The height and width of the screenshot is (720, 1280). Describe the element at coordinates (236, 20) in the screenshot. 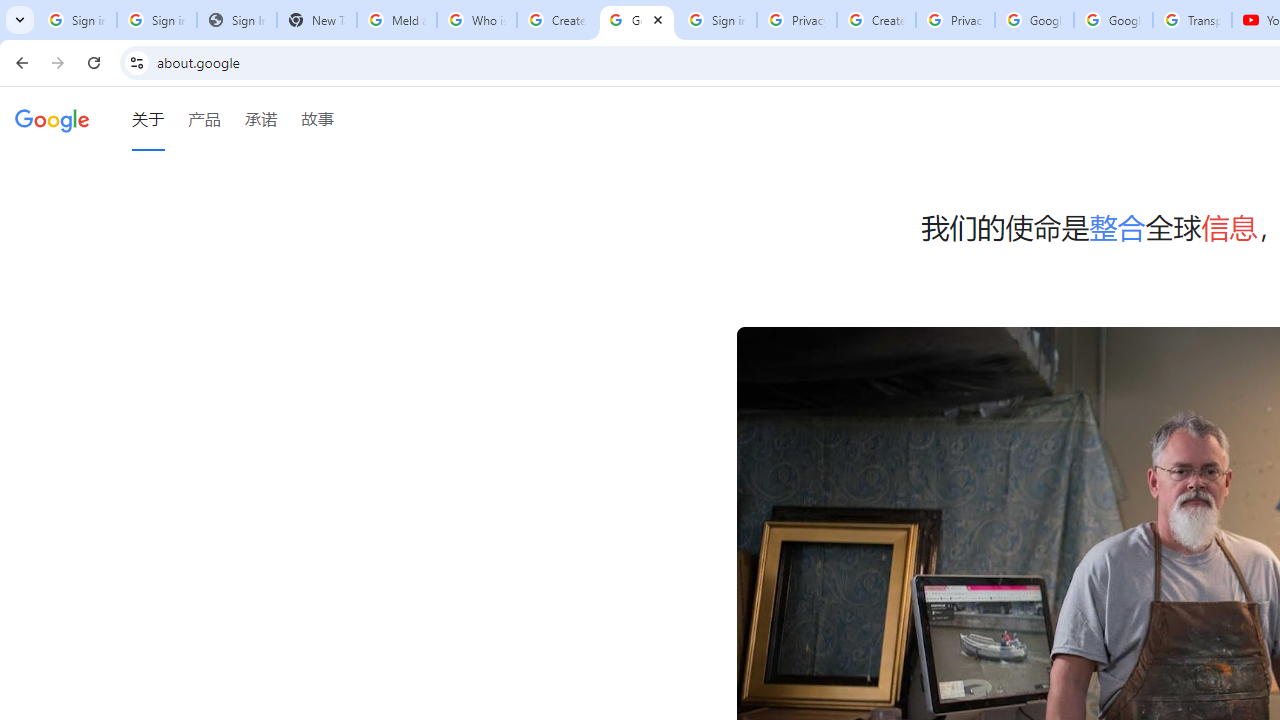

I see `'Sign In - USA TODAY'` at that location.